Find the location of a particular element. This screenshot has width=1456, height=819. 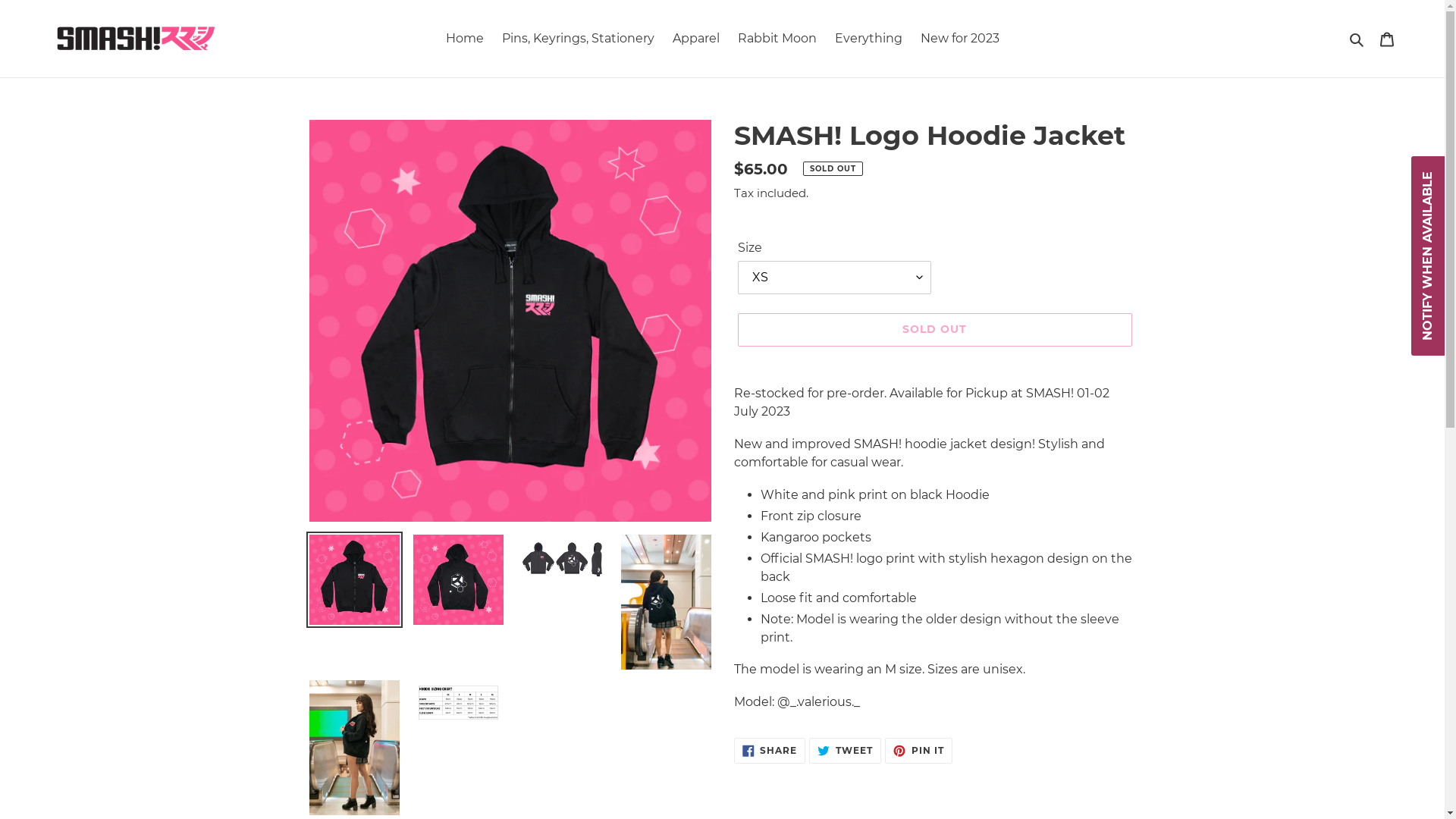

'Search' is located at coordinates (1357, 37).